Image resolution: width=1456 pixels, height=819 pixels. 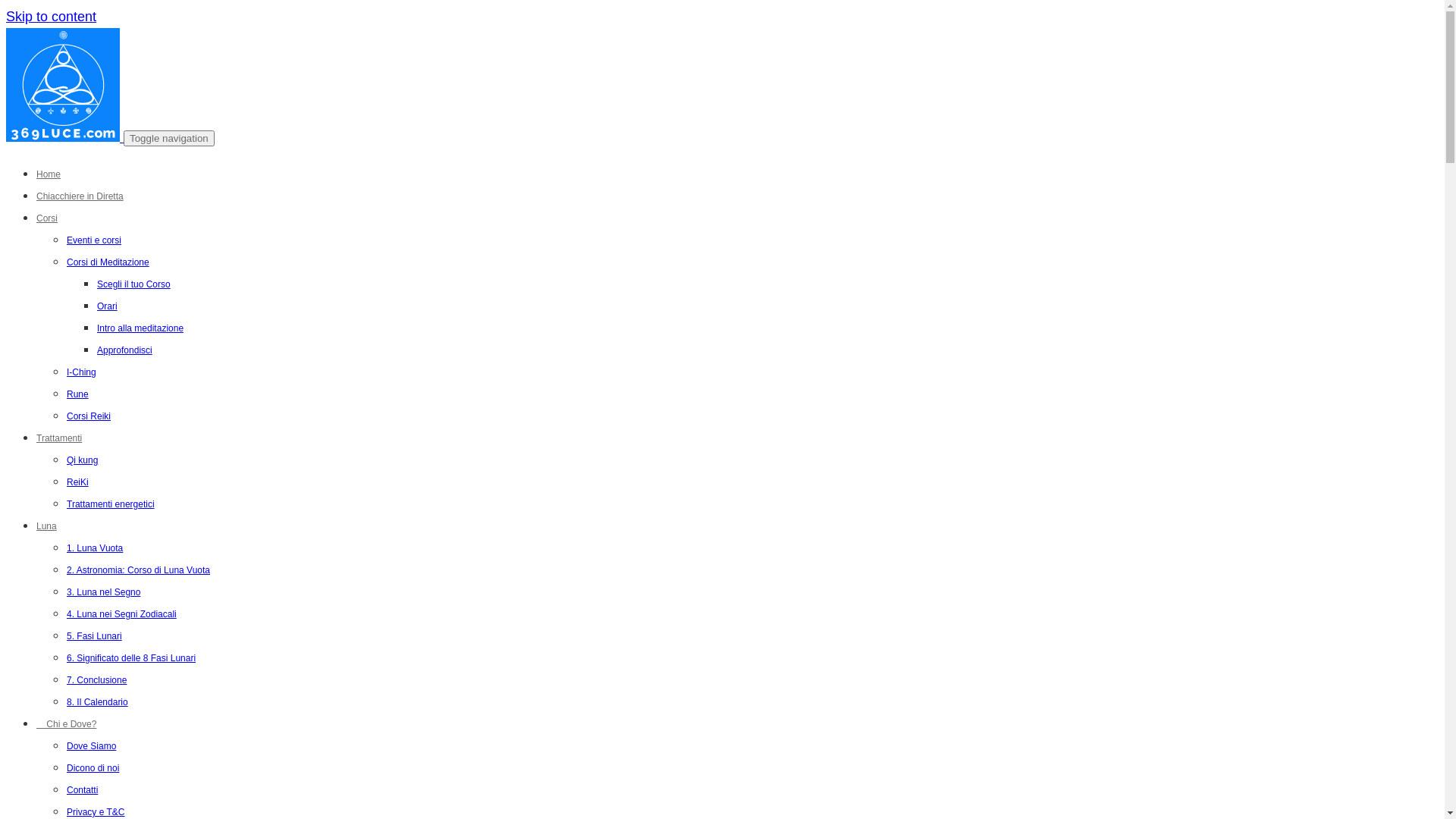 I want to click on 'Contatti', so click(x=81, y=789).